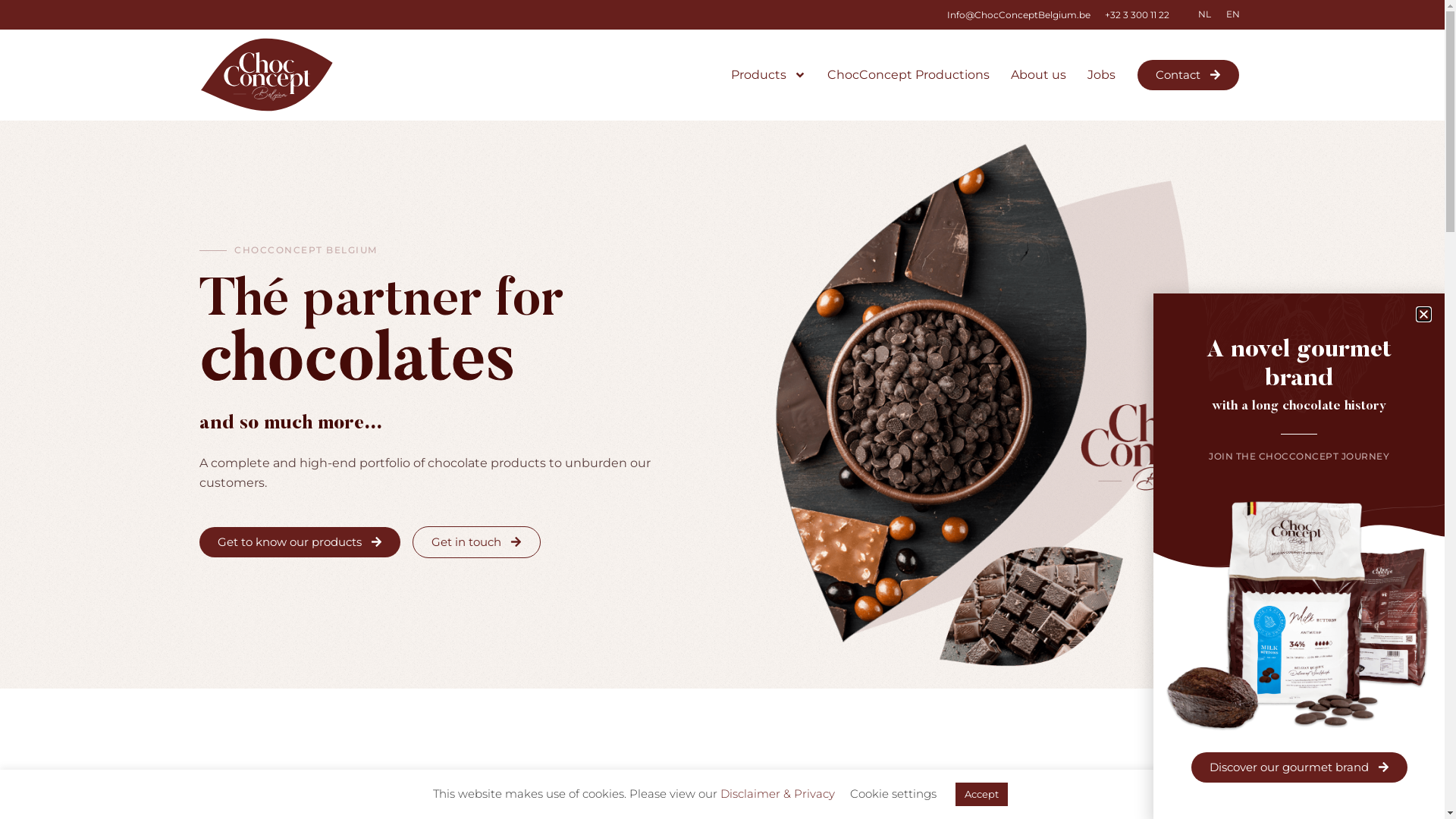 Image resolution: width=1456 pixels, height=819 pixels. What do you see at coordinates (1136, 14) in the screenshot?
I see `'+32 3 300 11 22'` at bounding box center [1136, 14].